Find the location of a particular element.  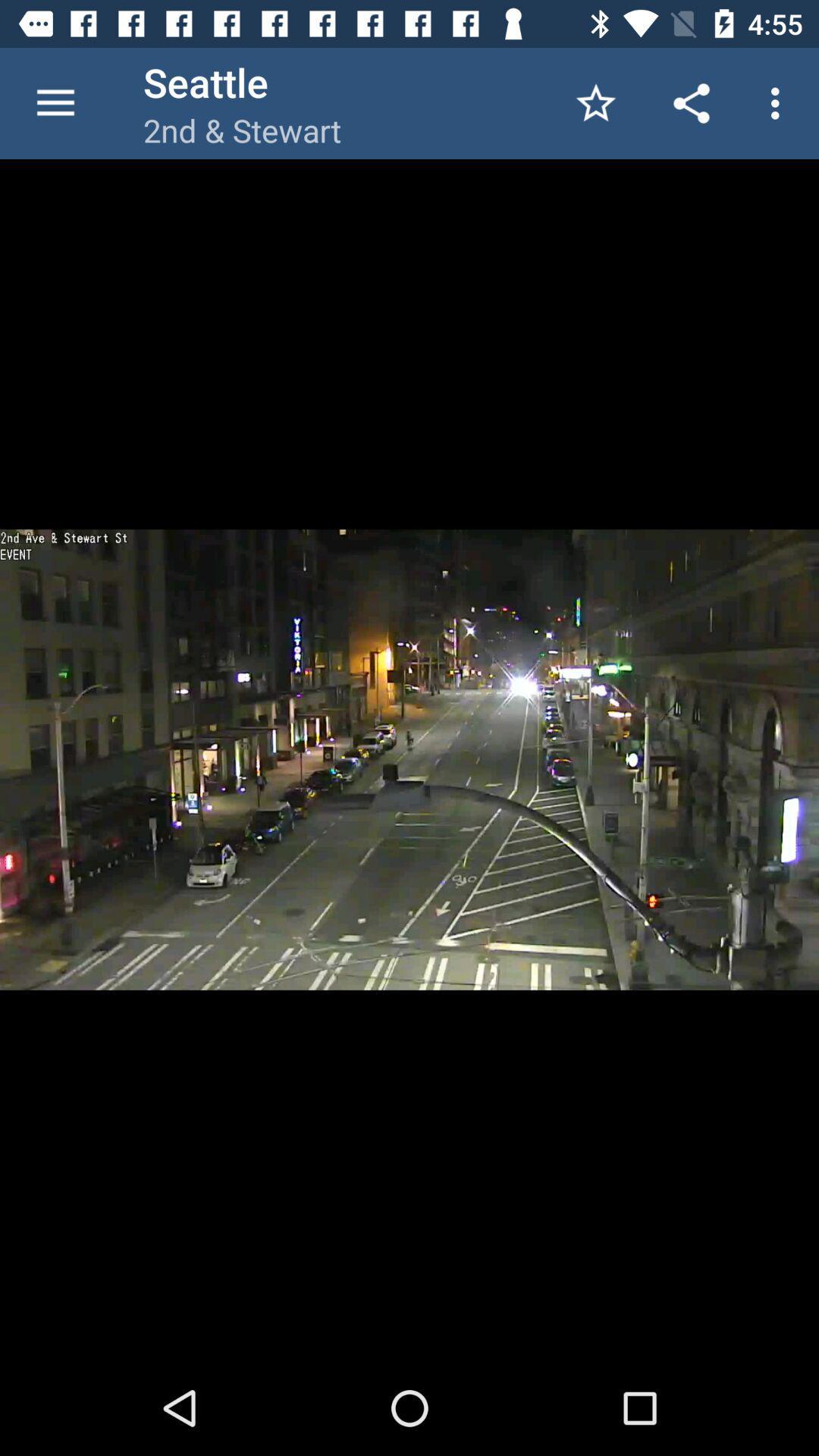

item next to 2nd & stewart icon is located at coordinates (595, 102).